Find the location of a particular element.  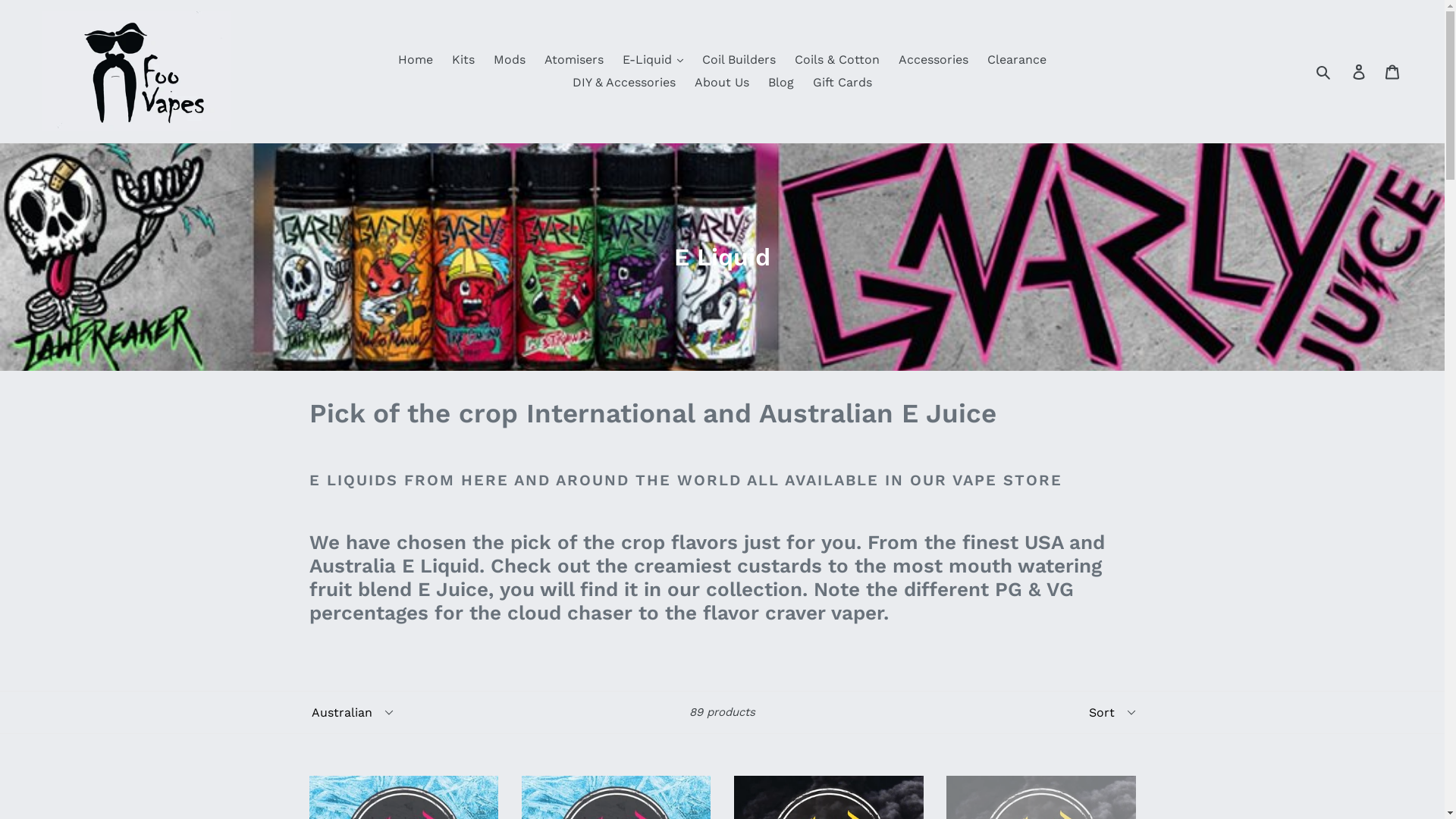

'Kits' is located at coordinates (462, 58).